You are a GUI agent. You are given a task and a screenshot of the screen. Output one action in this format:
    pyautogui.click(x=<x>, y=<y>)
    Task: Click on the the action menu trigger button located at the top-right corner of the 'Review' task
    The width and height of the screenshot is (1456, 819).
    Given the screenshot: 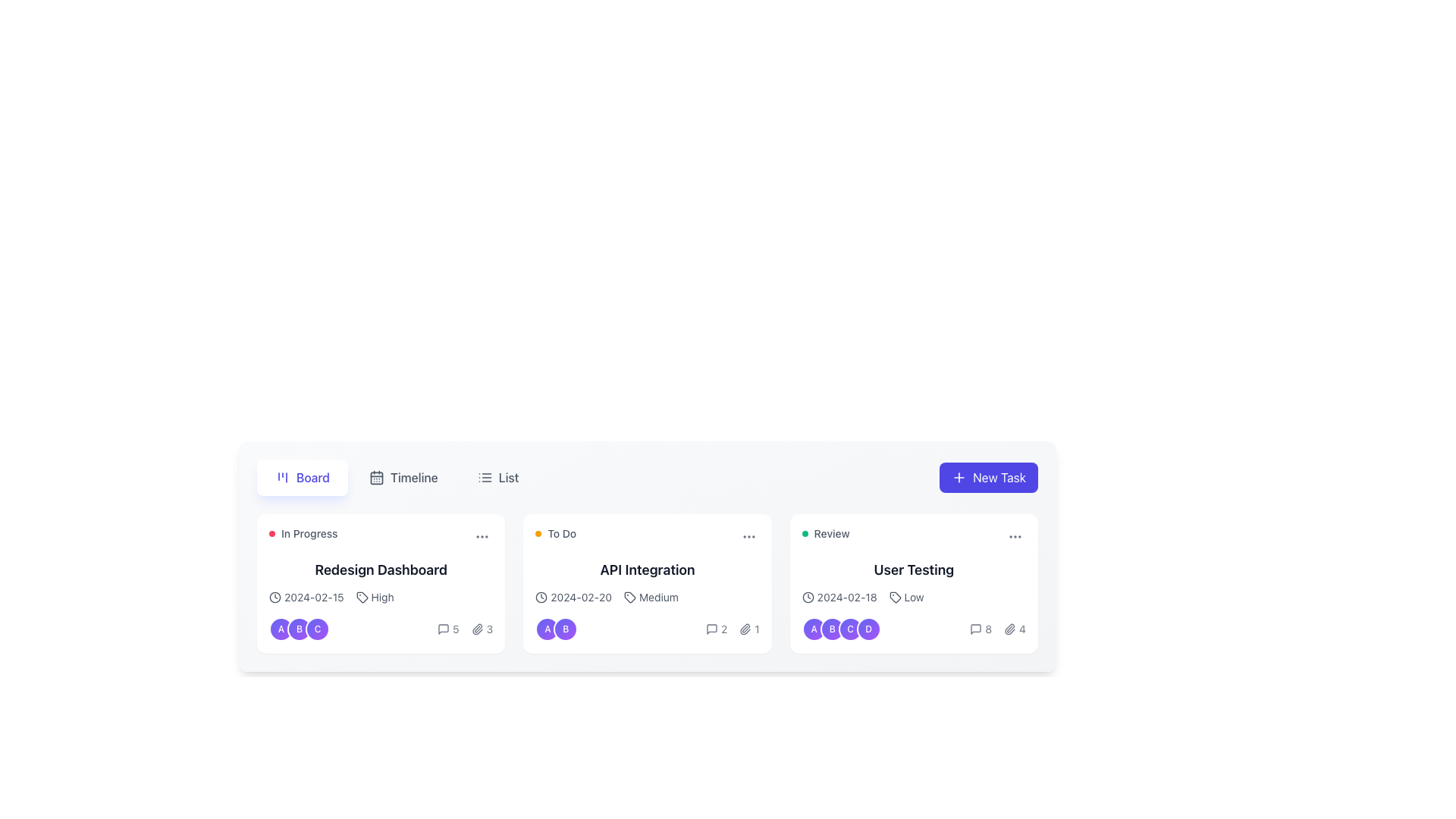 What is the action you would take?
    pyautogui.click(x=1015, y=536)
    